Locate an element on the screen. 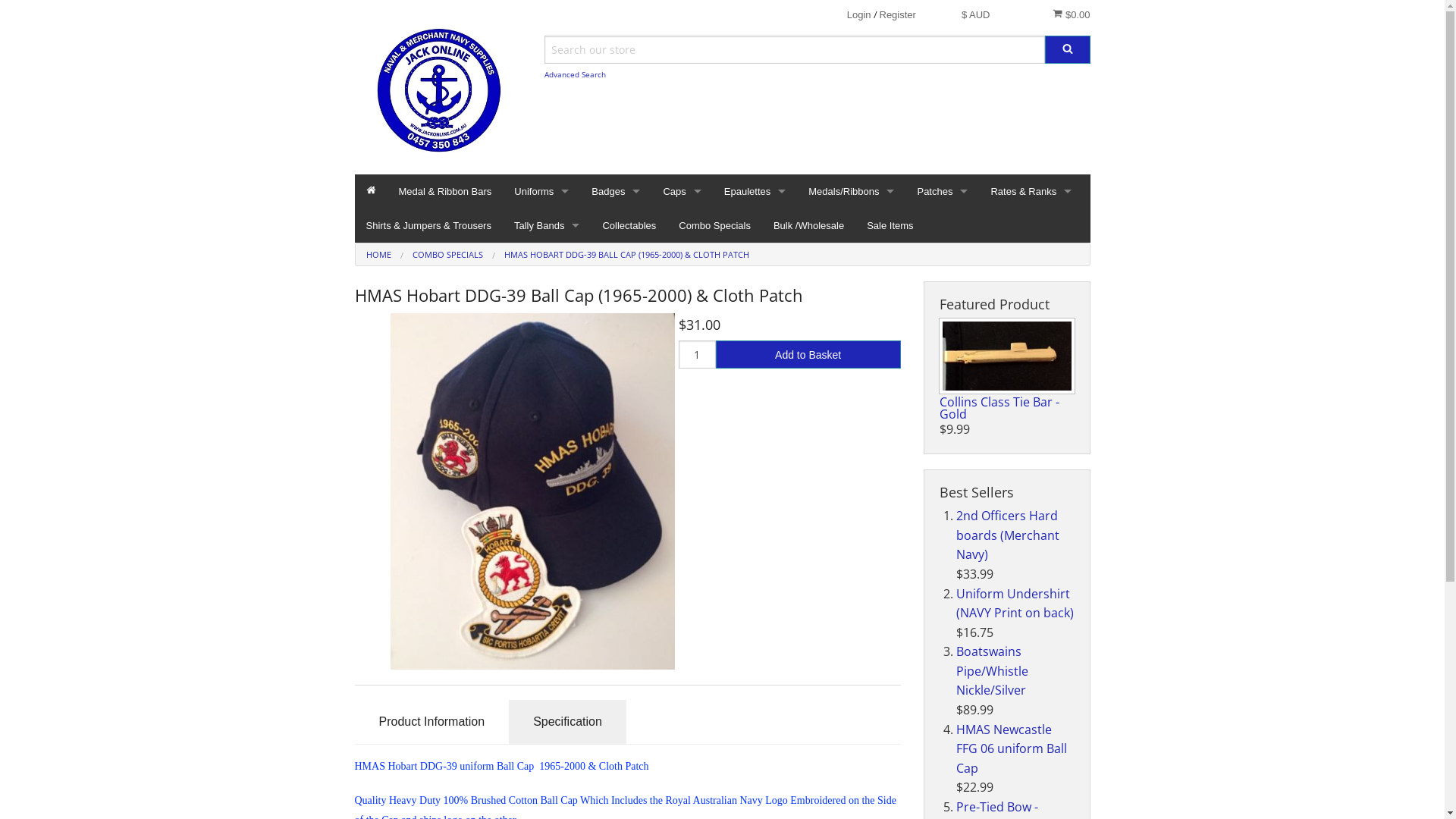 The height and width of the screenshot is (819, 1456). 'Product Information' is located at coordinates (431, 721).